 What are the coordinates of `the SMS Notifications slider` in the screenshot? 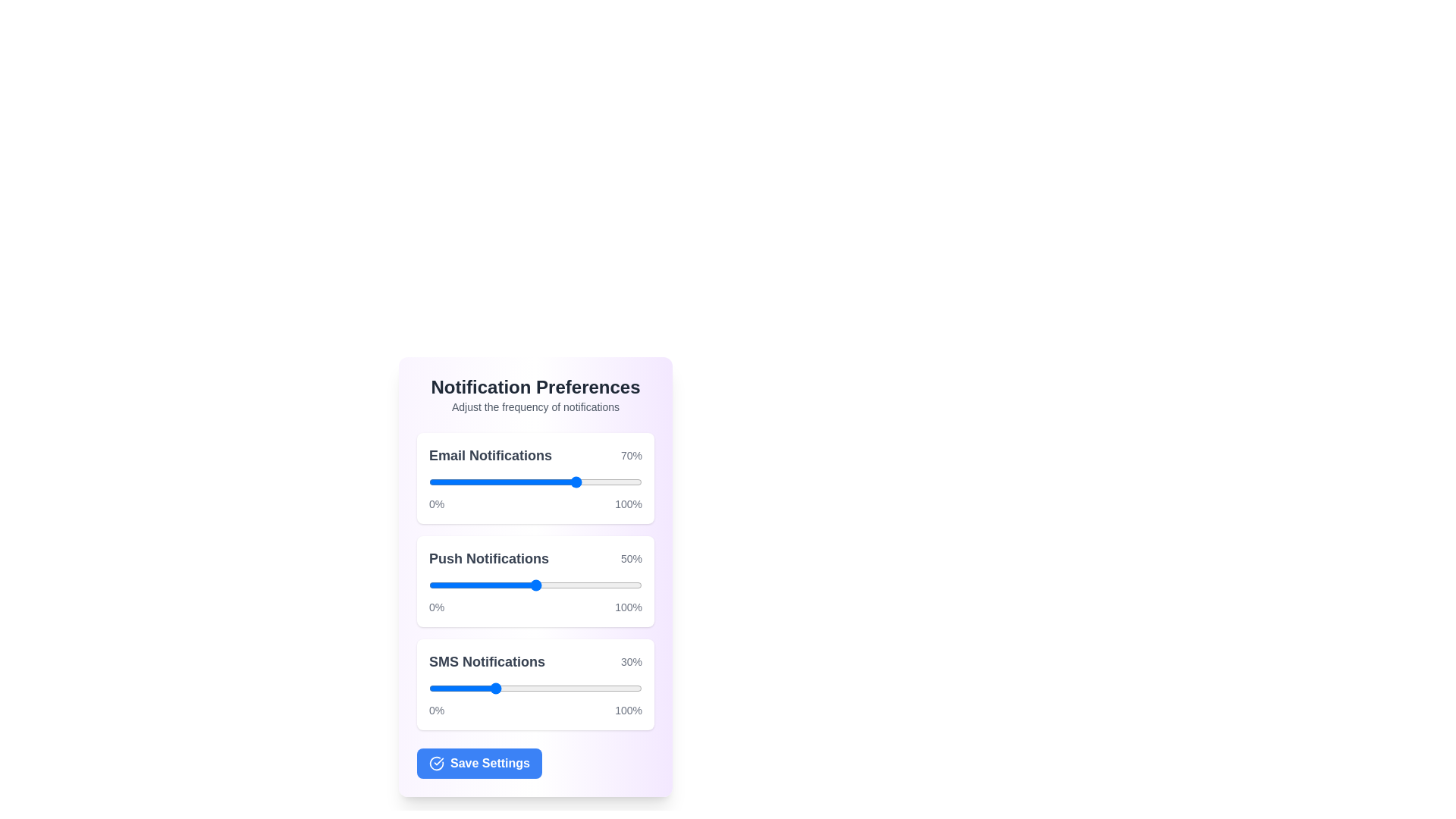 It's located at (538, 688).